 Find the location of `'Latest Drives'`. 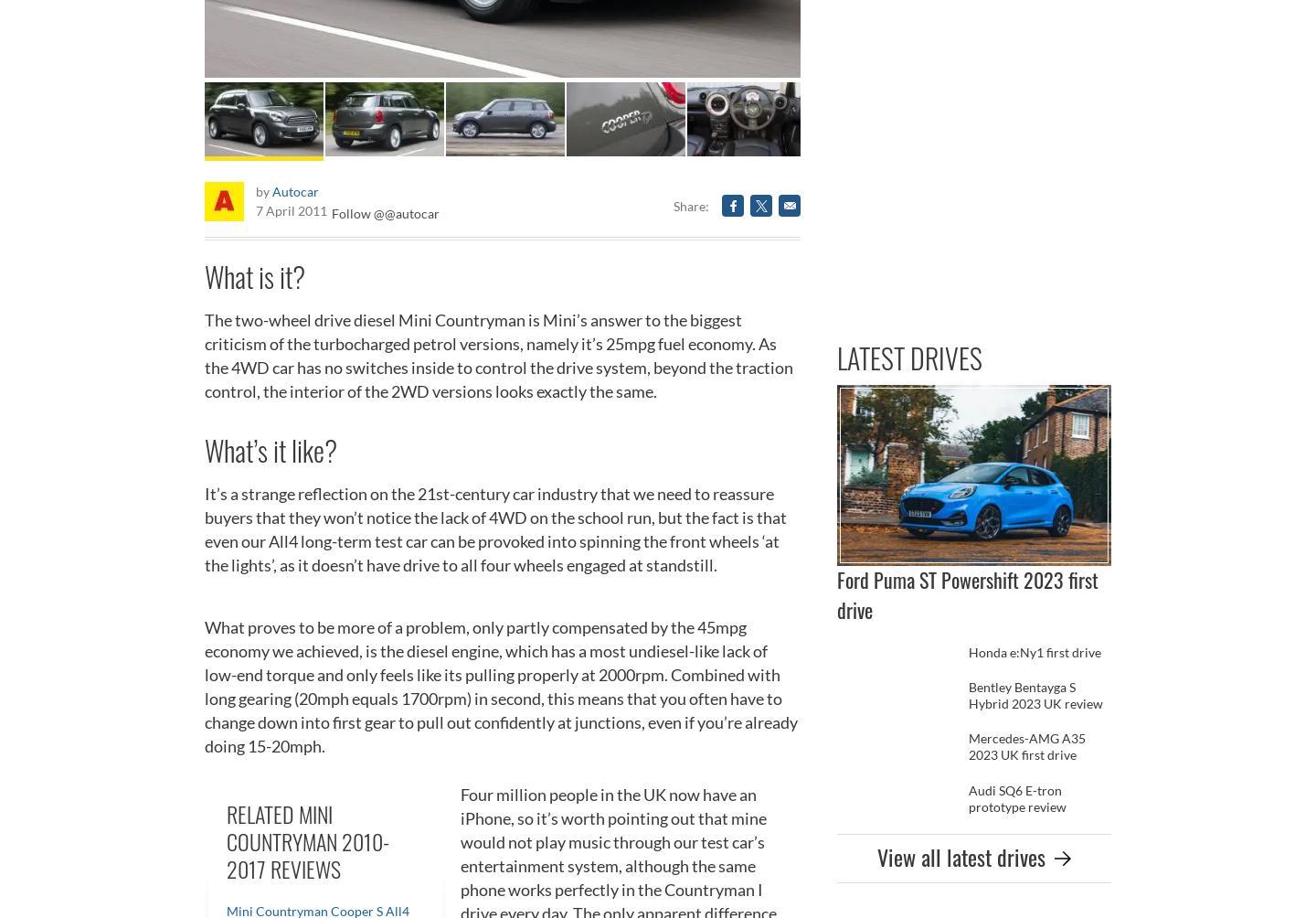

'Latest Drives' is located at coordinates (908, 357).